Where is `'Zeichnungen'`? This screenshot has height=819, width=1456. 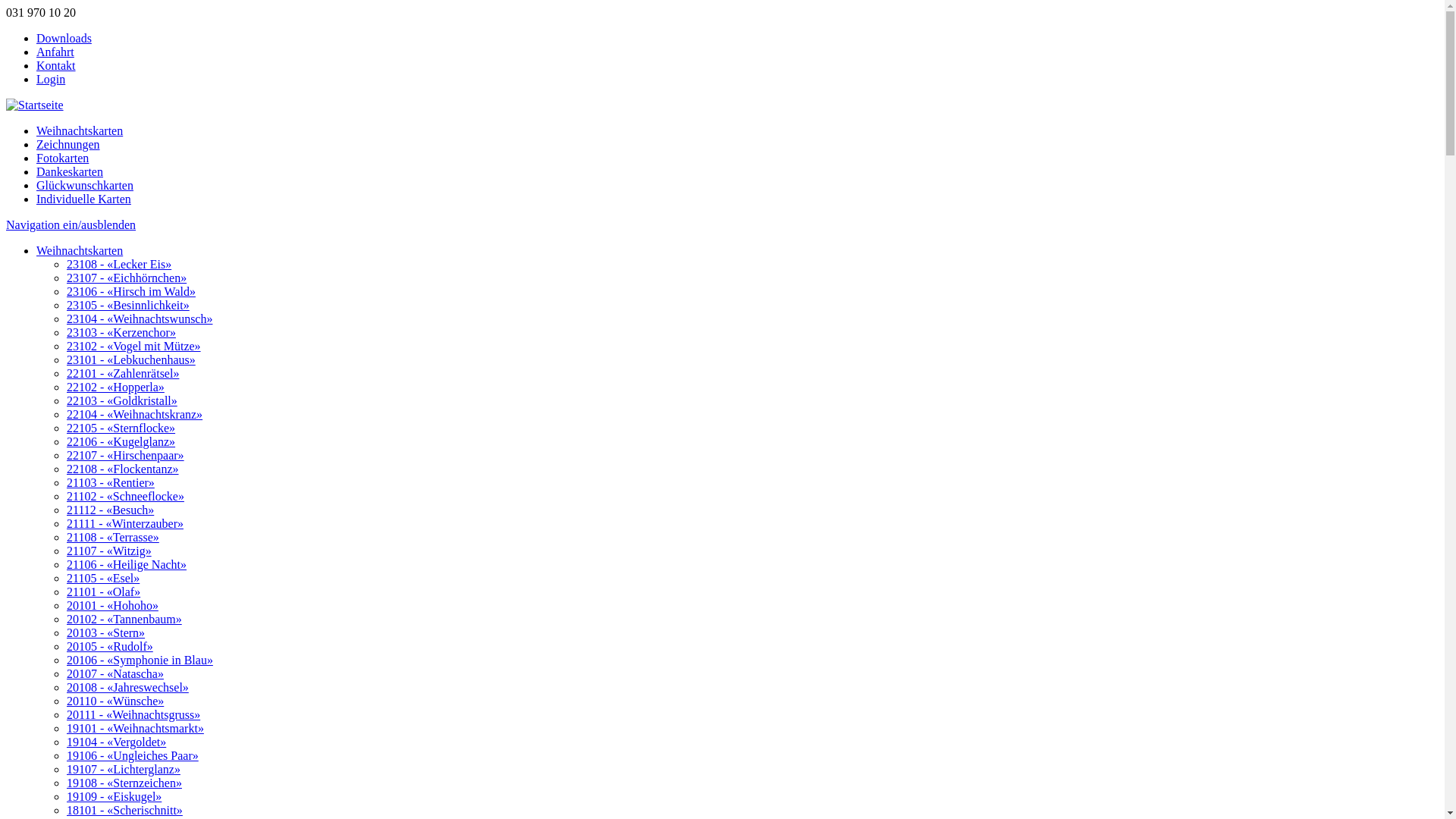
'Zeichnungen' is located at coordinates (67, 144).